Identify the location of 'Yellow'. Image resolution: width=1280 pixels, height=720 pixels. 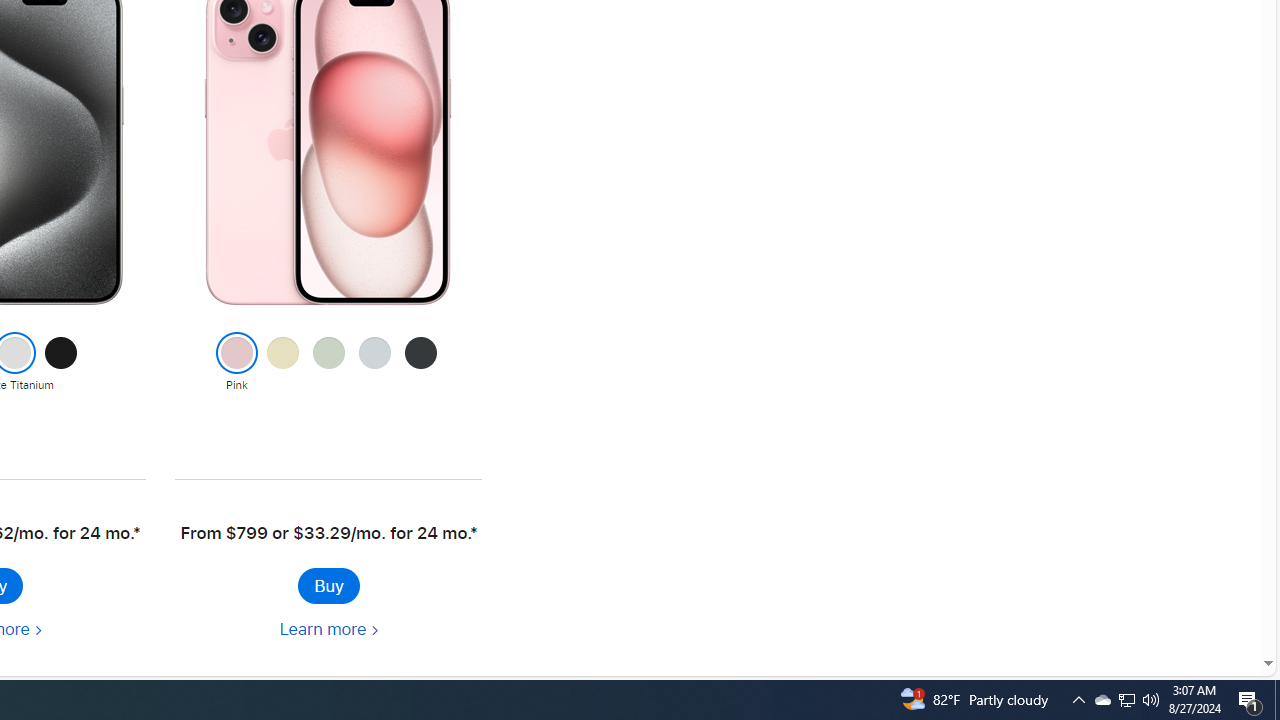
(281, 363).